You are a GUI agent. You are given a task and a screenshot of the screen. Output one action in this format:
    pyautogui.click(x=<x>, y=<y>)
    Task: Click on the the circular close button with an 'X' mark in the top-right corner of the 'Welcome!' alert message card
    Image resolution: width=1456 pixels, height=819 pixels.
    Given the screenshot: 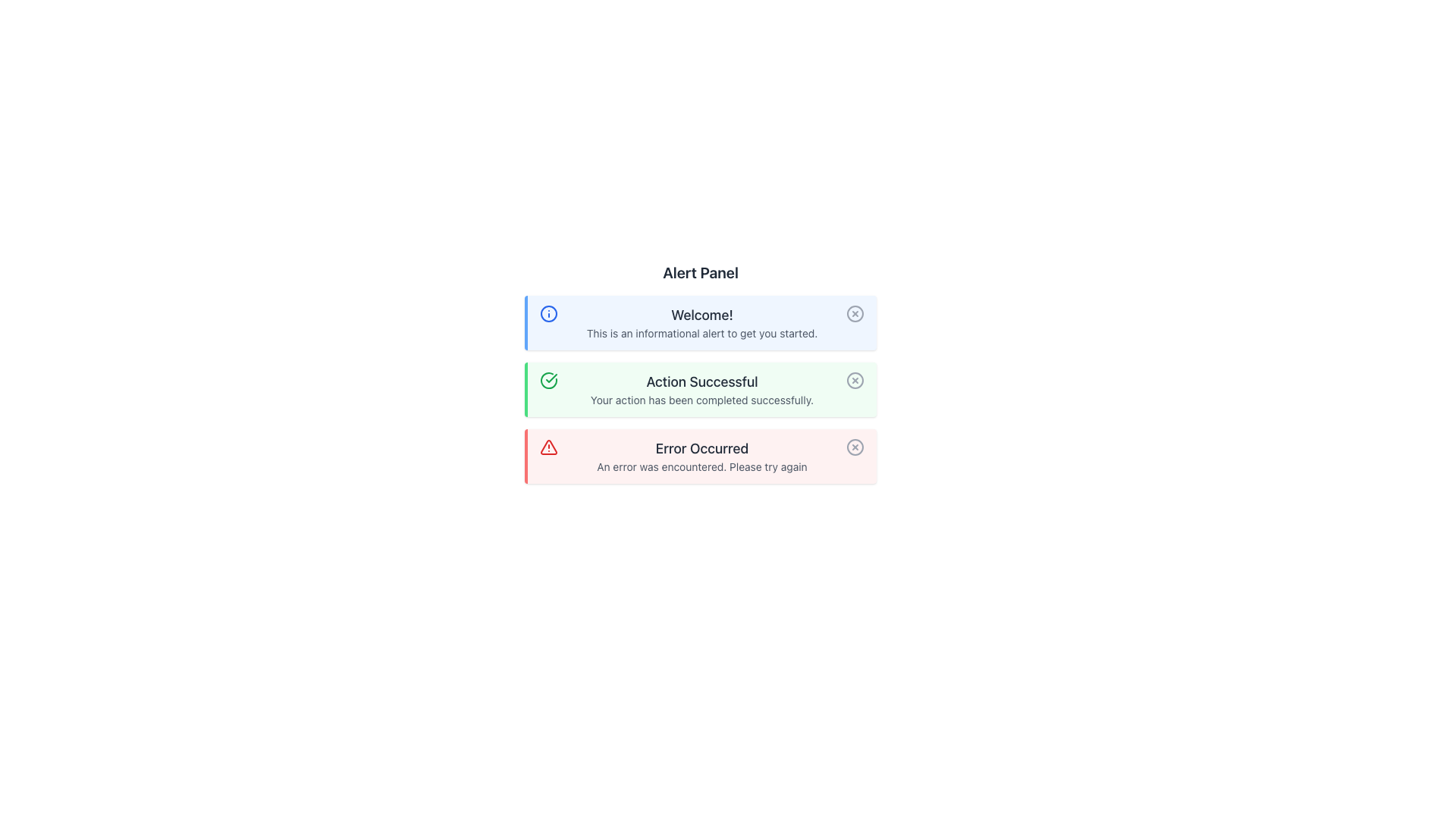 What is the action you would take?
    pyautogui.click(x=855, y=312)
    